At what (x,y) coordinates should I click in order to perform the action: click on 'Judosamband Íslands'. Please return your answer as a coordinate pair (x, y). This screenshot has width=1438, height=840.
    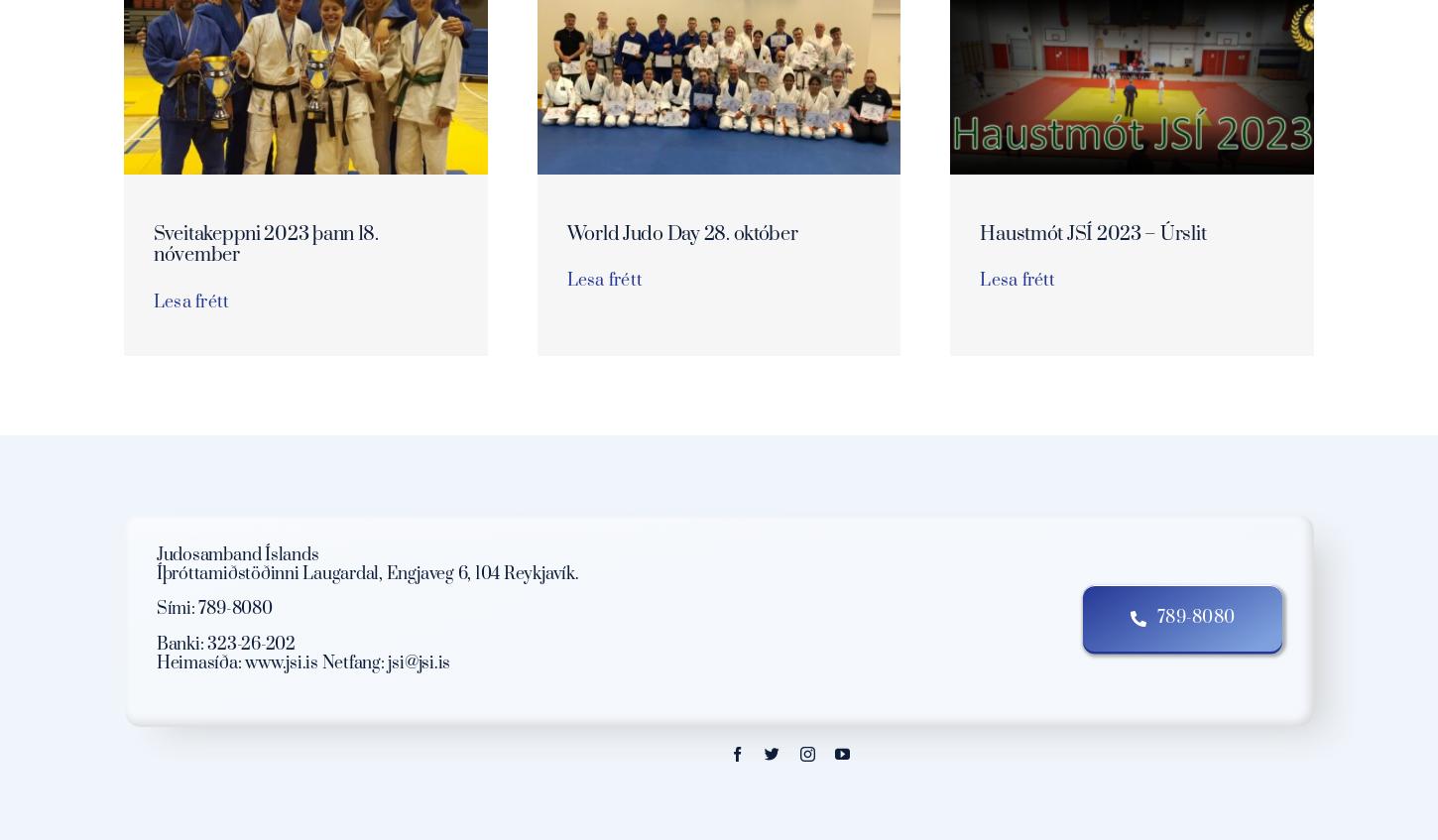
    Looking at the image, I should click on (235, 555).